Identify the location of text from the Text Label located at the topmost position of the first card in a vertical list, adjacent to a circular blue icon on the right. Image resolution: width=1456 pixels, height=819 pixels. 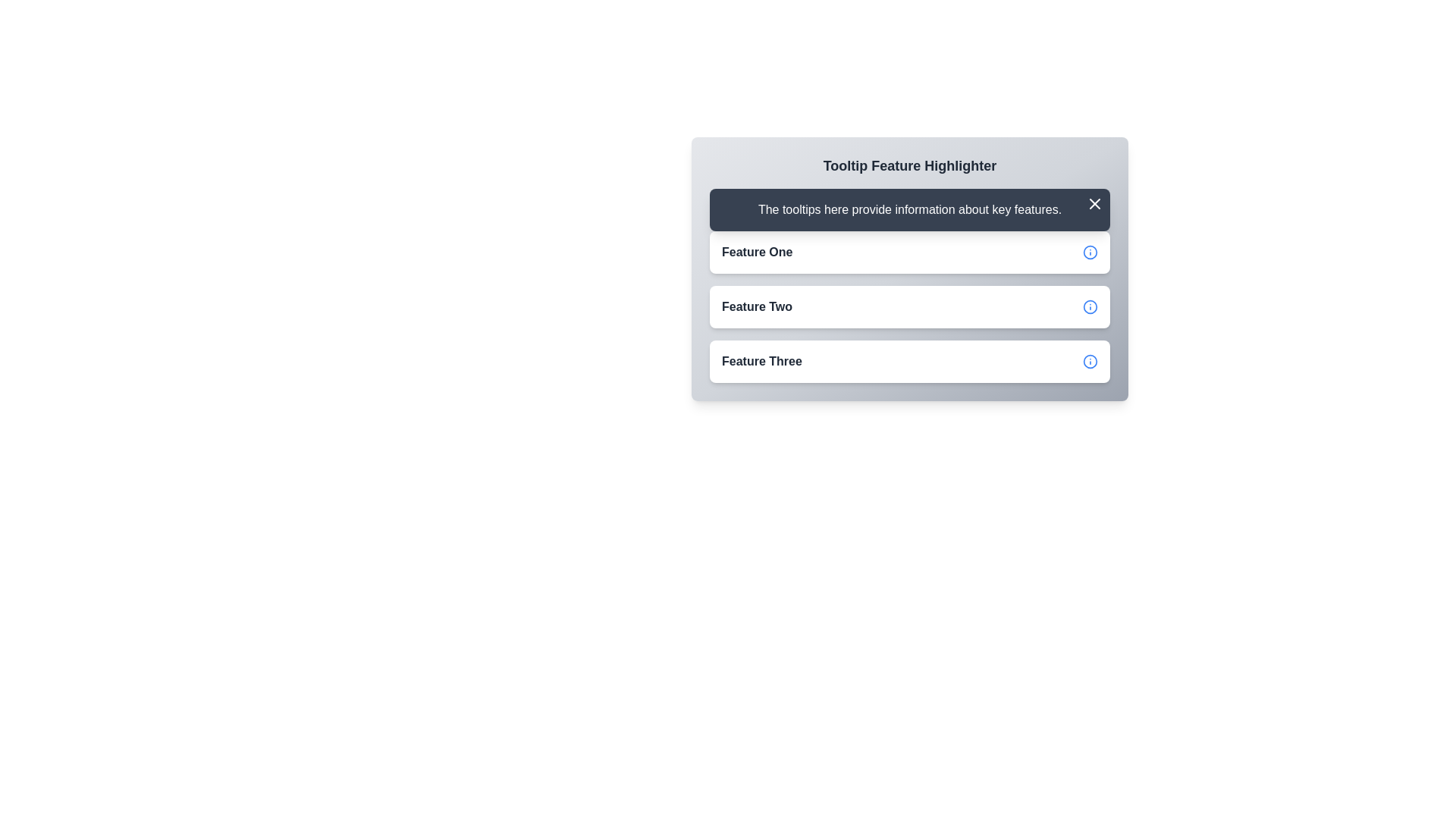
(757, 251).